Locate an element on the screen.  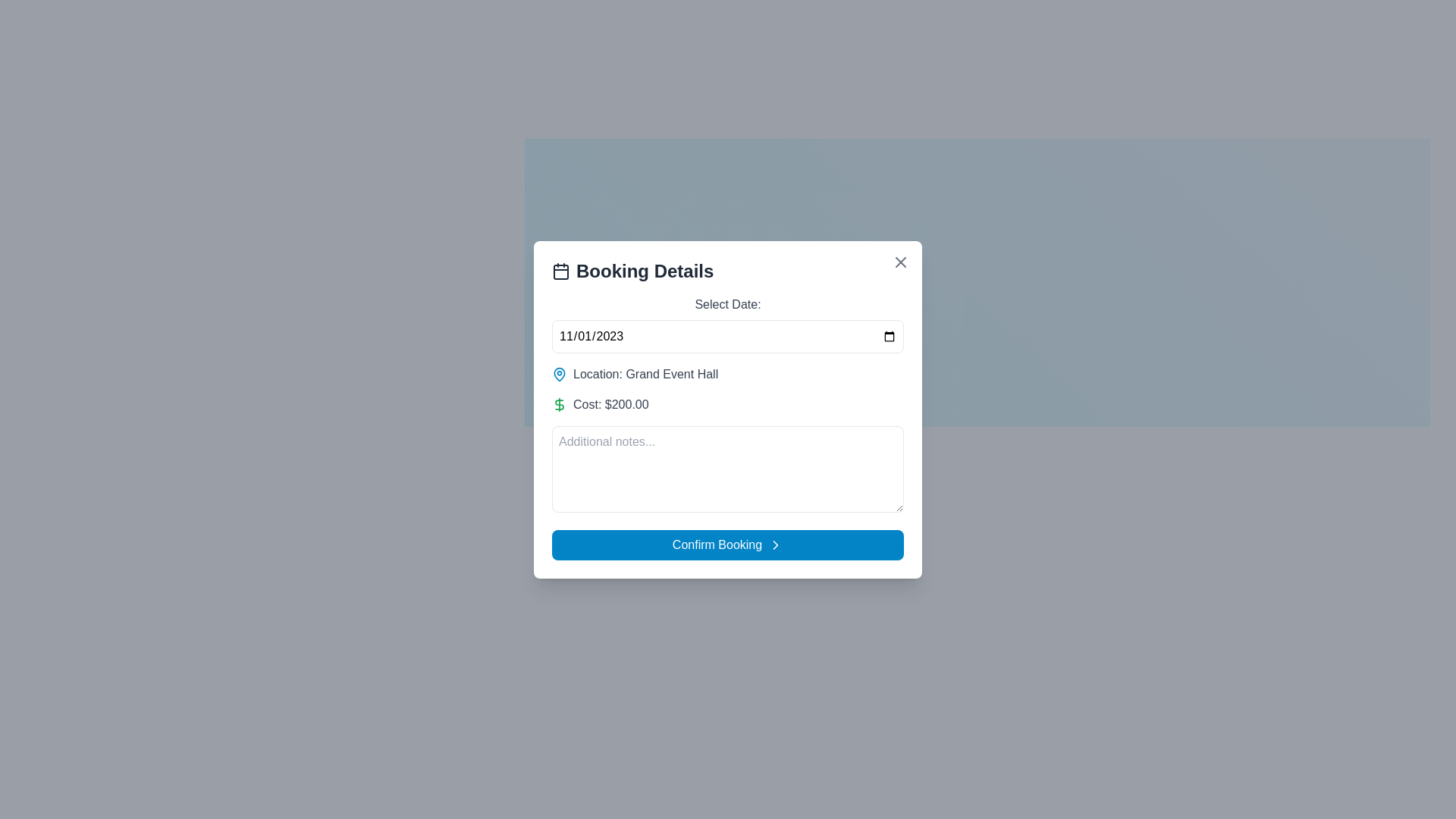
the rectangular blue button labeled 'Confirm Booking' with a right-arrow icon is located at coordinates (728, 544).